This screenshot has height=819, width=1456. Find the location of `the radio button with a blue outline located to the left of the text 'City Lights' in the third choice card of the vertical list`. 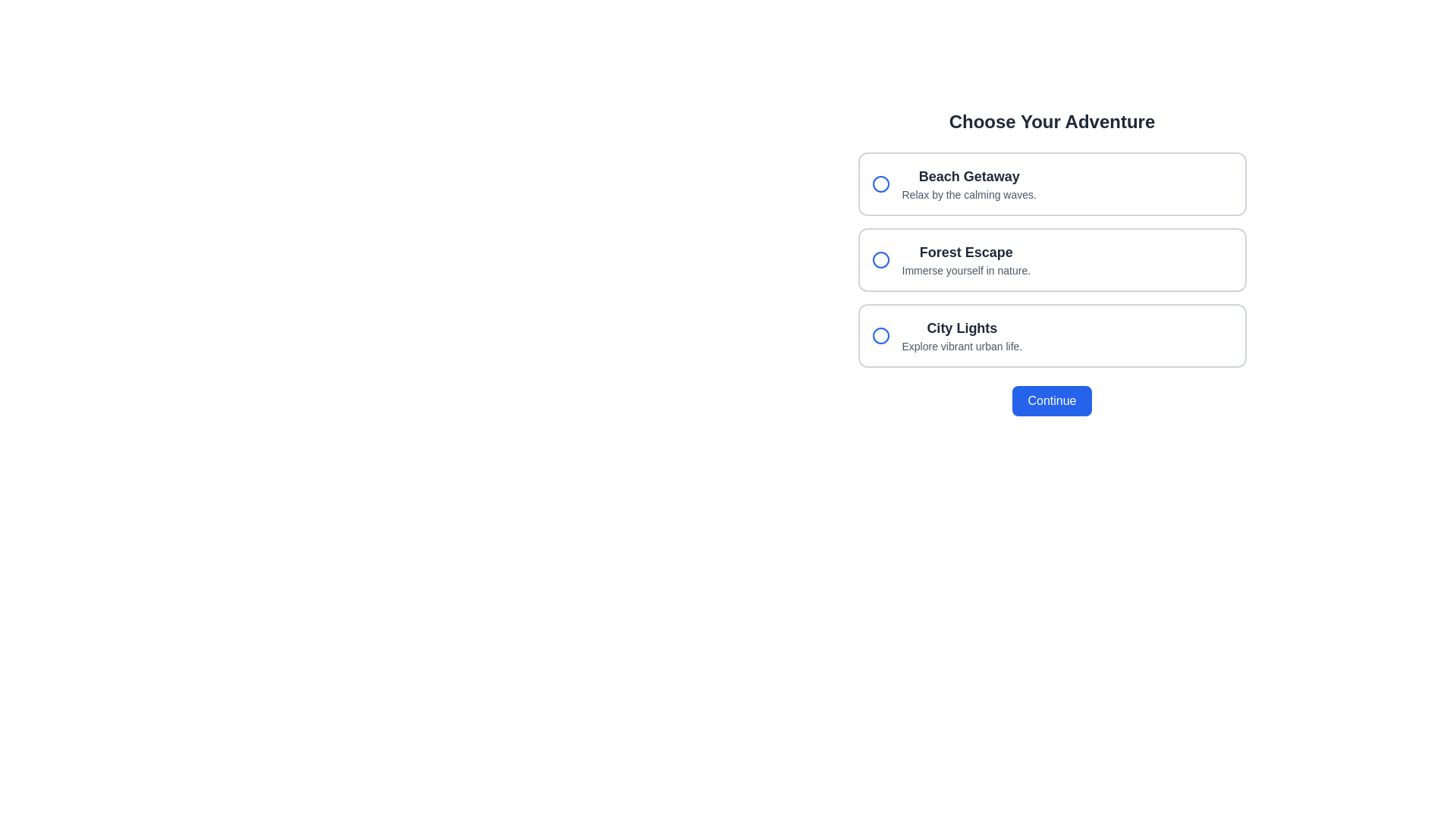

the radio button with a blue outline located to the left of the text 'City Lights' in the third choice card of the vertical list is located at coordinates (880, 335).